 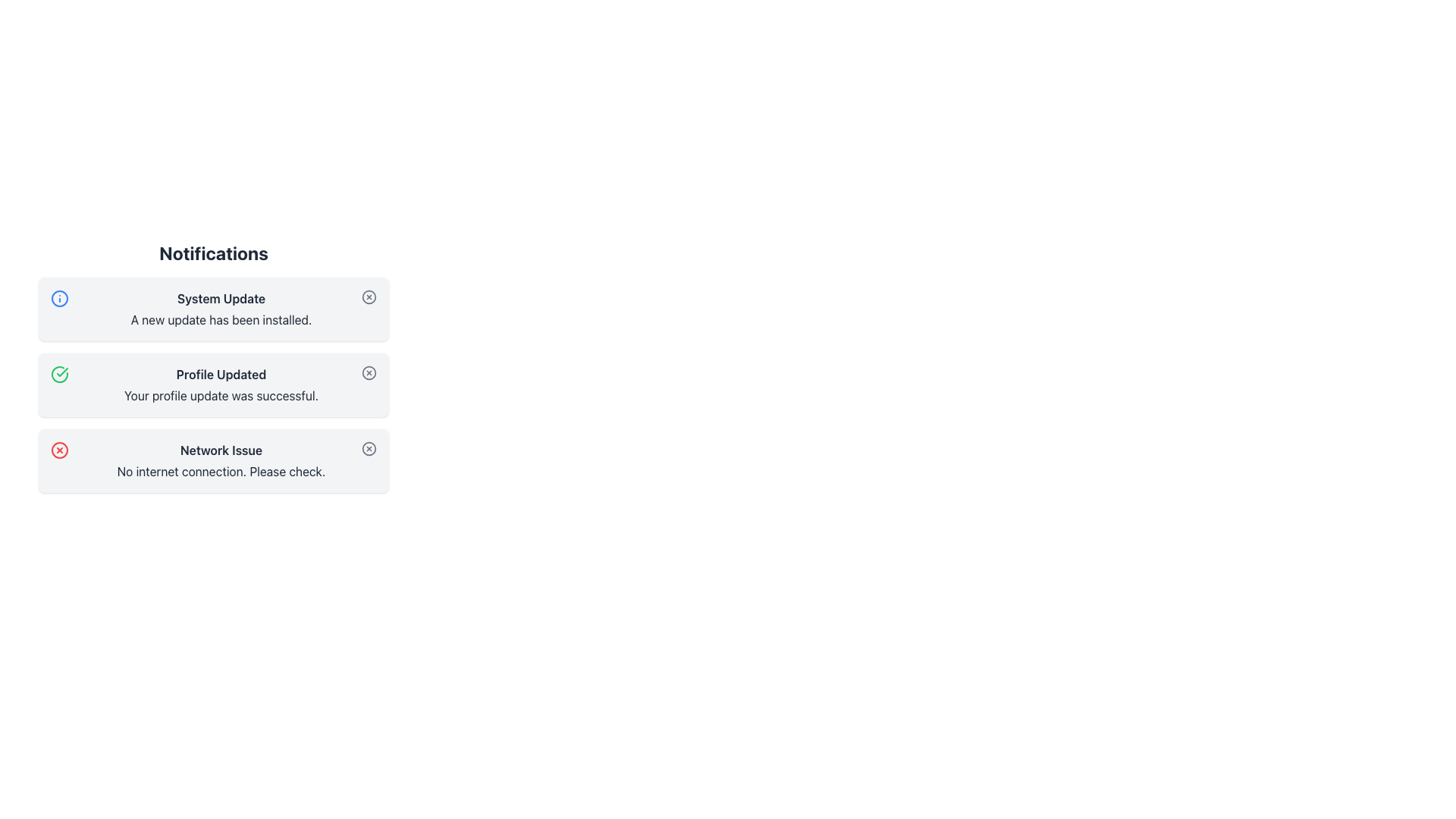 What do you see at coordinates (221, 309) in the screenshot?
I see `the first notification block titled 'System Update', which contains a bold title and supplementary information, centered in a light gray rounded rectangle` at bounding box center [221, 309].